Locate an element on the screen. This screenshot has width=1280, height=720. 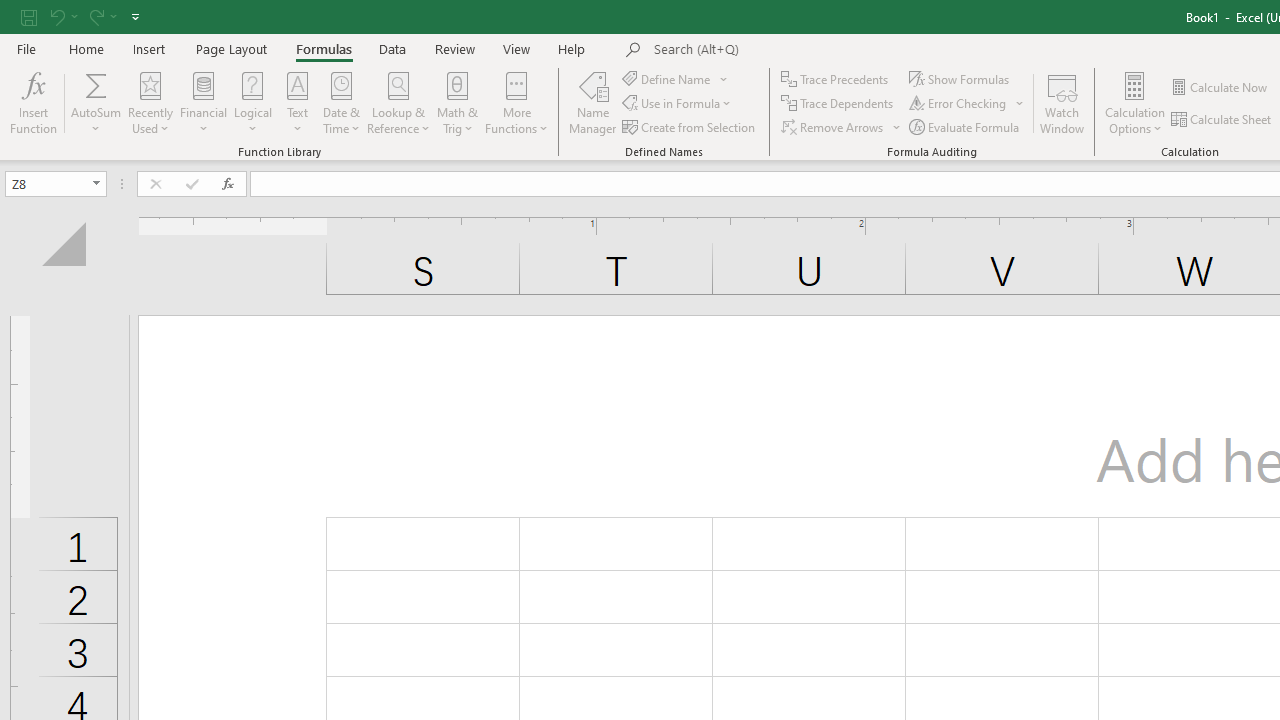
'Show Formulas' is located at coordinates (961, 78).